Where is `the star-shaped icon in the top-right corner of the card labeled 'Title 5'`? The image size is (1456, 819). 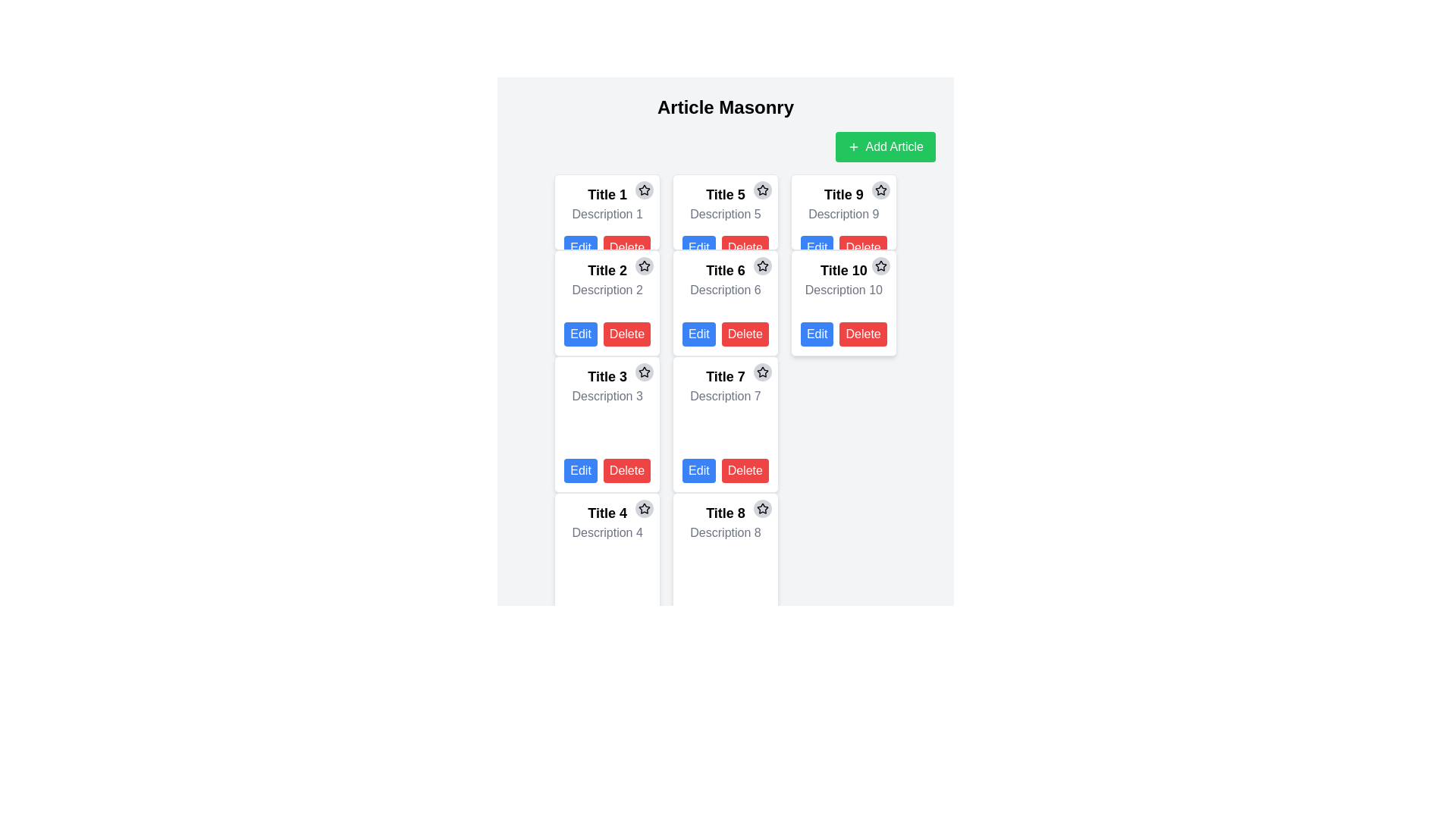 the star-shaped icon in the top-right corner of the card labeled 'Title 5' is located at coordinates (762, 189).